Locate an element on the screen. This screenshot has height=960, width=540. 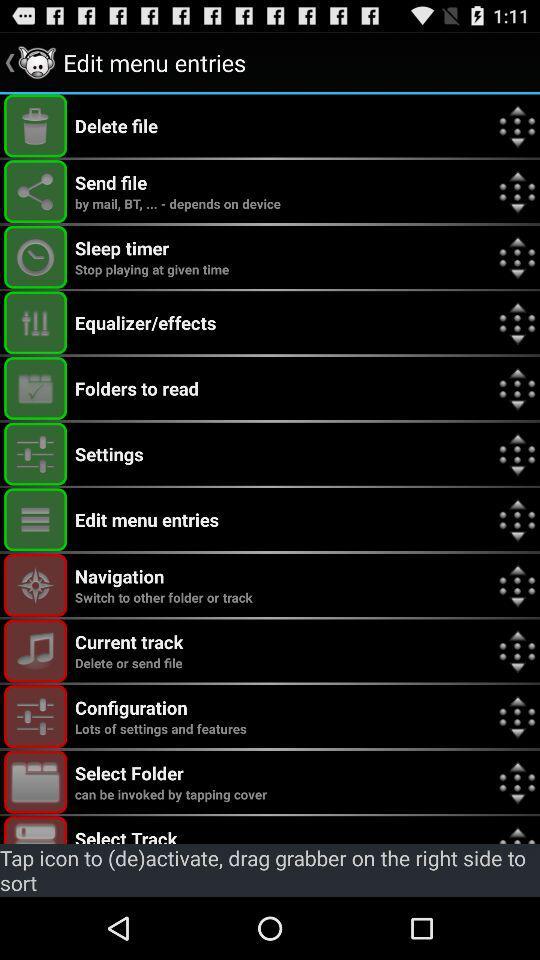
the navigation is located at coordinates (35, 585).